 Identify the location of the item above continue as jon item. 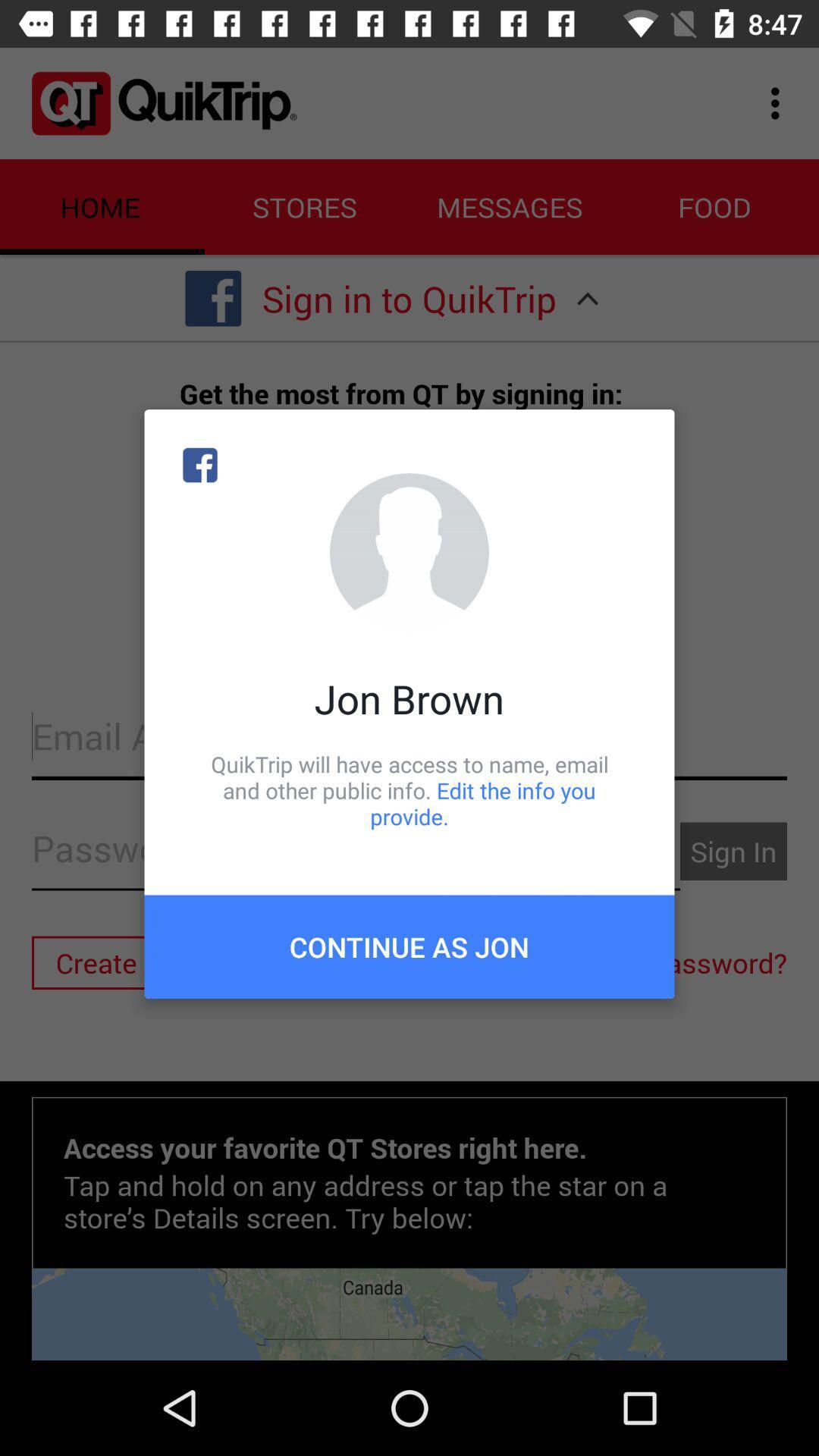
(409, 789).